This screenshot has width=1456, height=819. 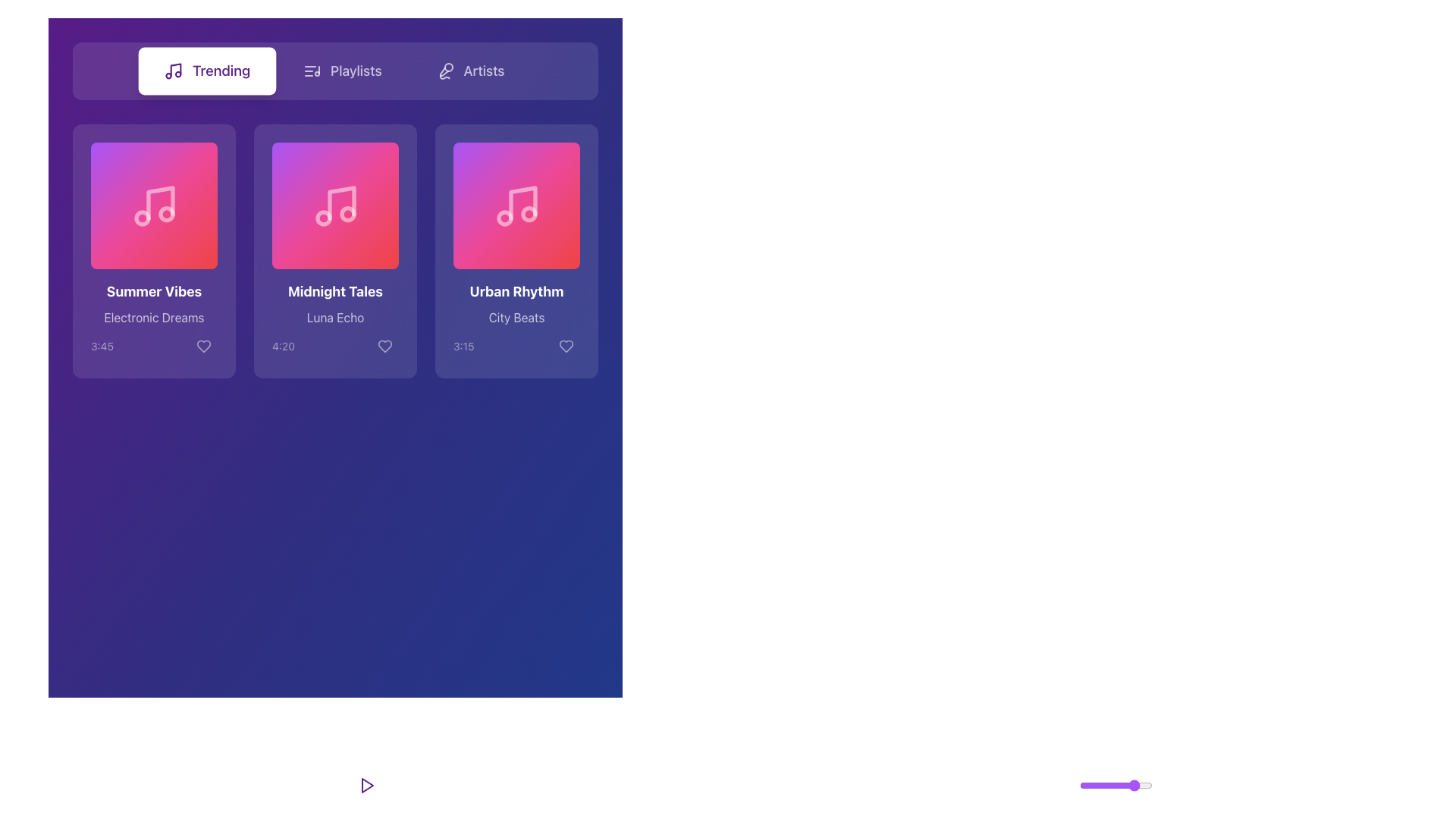 What do you see at coordinates (367, 785) in the screenshot?
I see `the play/pause button located at the center of the horizontal row of audio controls, situated between the skip back and skip forward buttons` at bounding box center [367, 785].